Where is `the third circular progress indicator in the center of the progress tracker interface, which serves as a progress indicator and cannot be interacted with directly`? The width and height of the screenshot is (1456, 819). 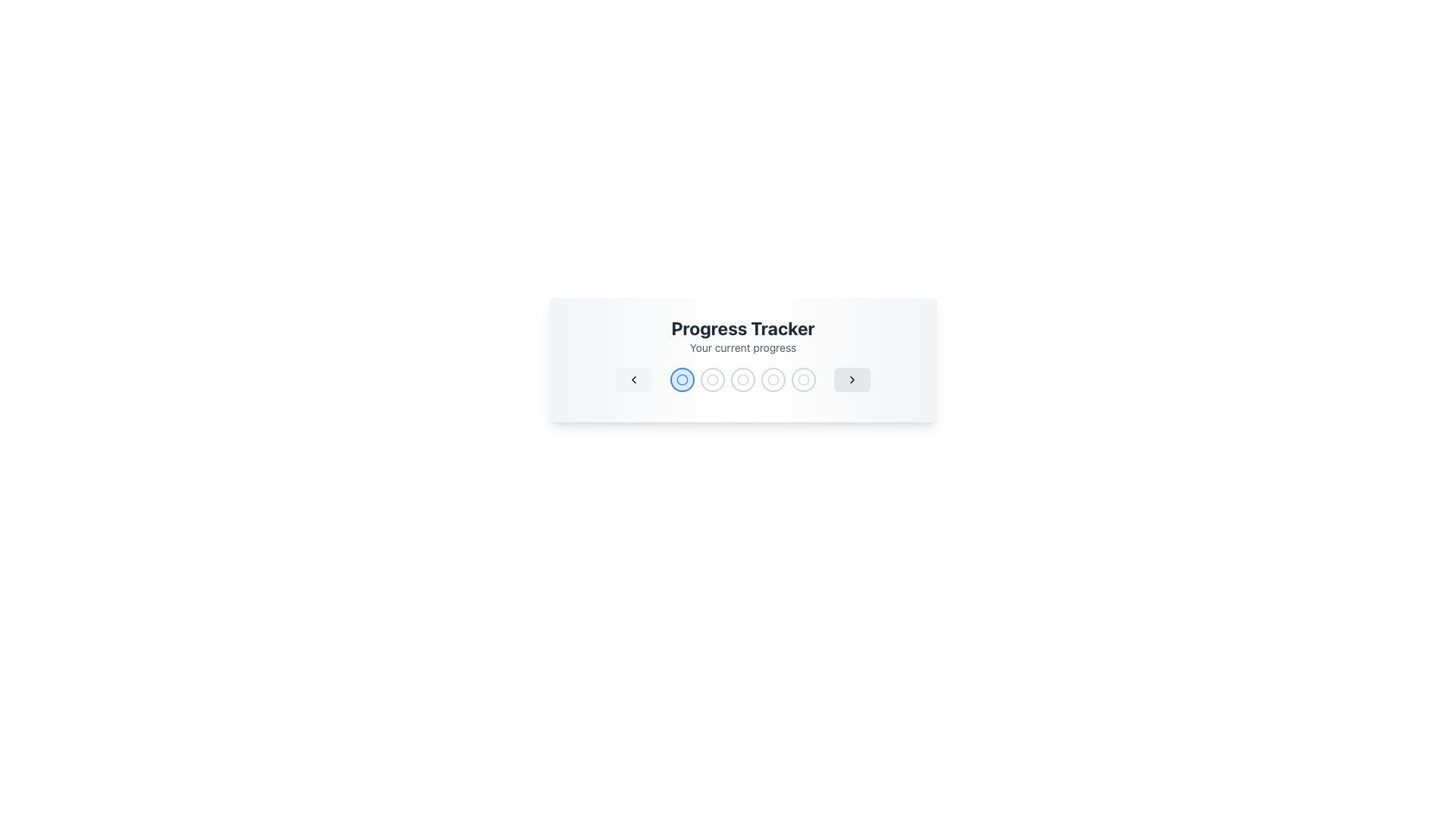 the third circular progress indicator in the center of the progress tracker interface, which serves as a progress indicator and cannot be interacted with directly is located at coordinates (773, 379).